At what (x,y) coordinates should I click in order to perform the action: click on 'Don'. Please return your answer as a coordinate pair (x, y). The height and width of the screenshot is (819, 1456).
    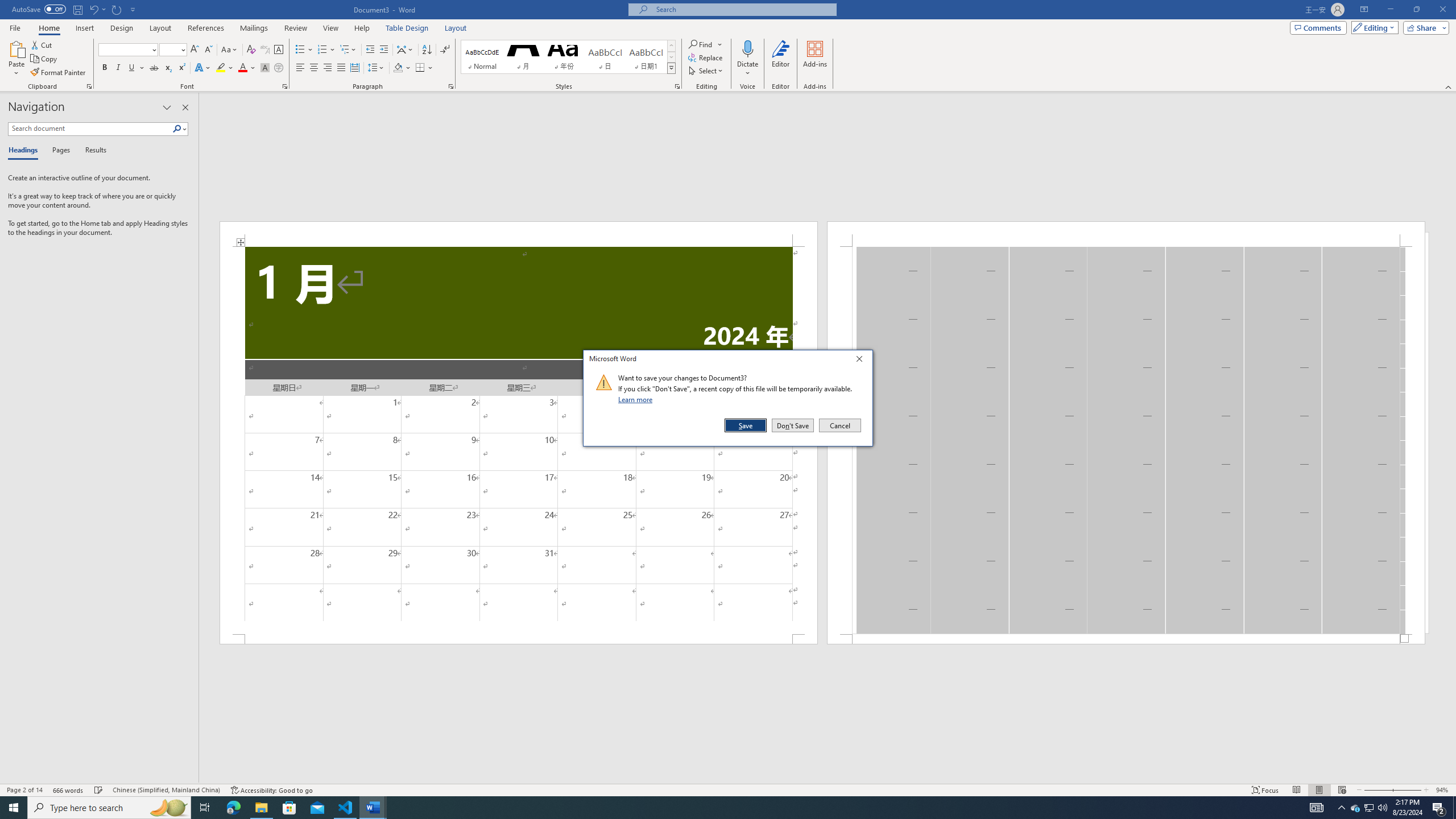
    Looking at the image, I should click on (792, 425).